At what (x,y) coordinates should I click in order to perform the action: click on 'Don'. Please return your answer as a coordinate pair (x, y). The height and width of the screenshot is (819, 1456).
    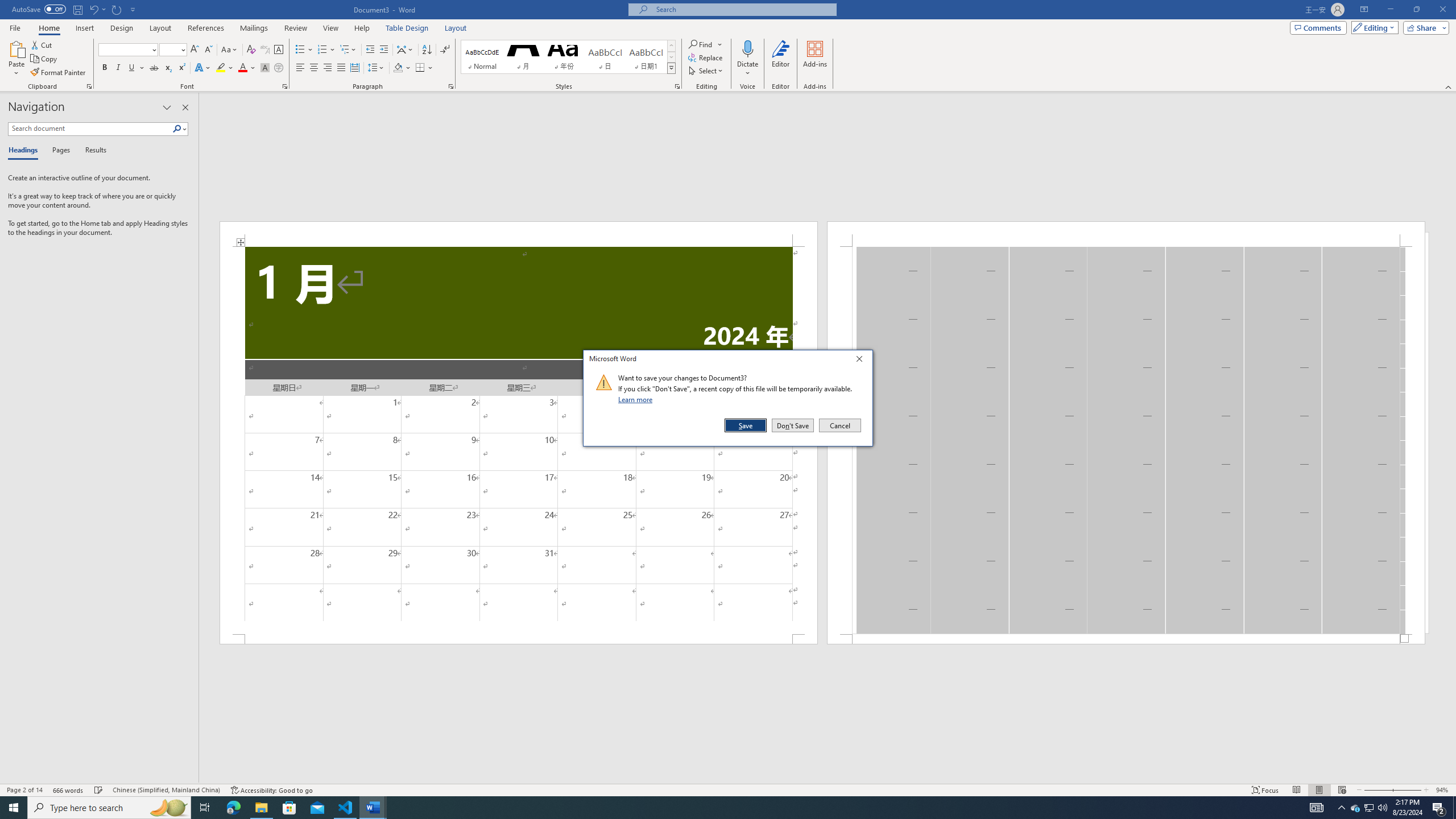
    Looking at the image, I should click on (792, 425).